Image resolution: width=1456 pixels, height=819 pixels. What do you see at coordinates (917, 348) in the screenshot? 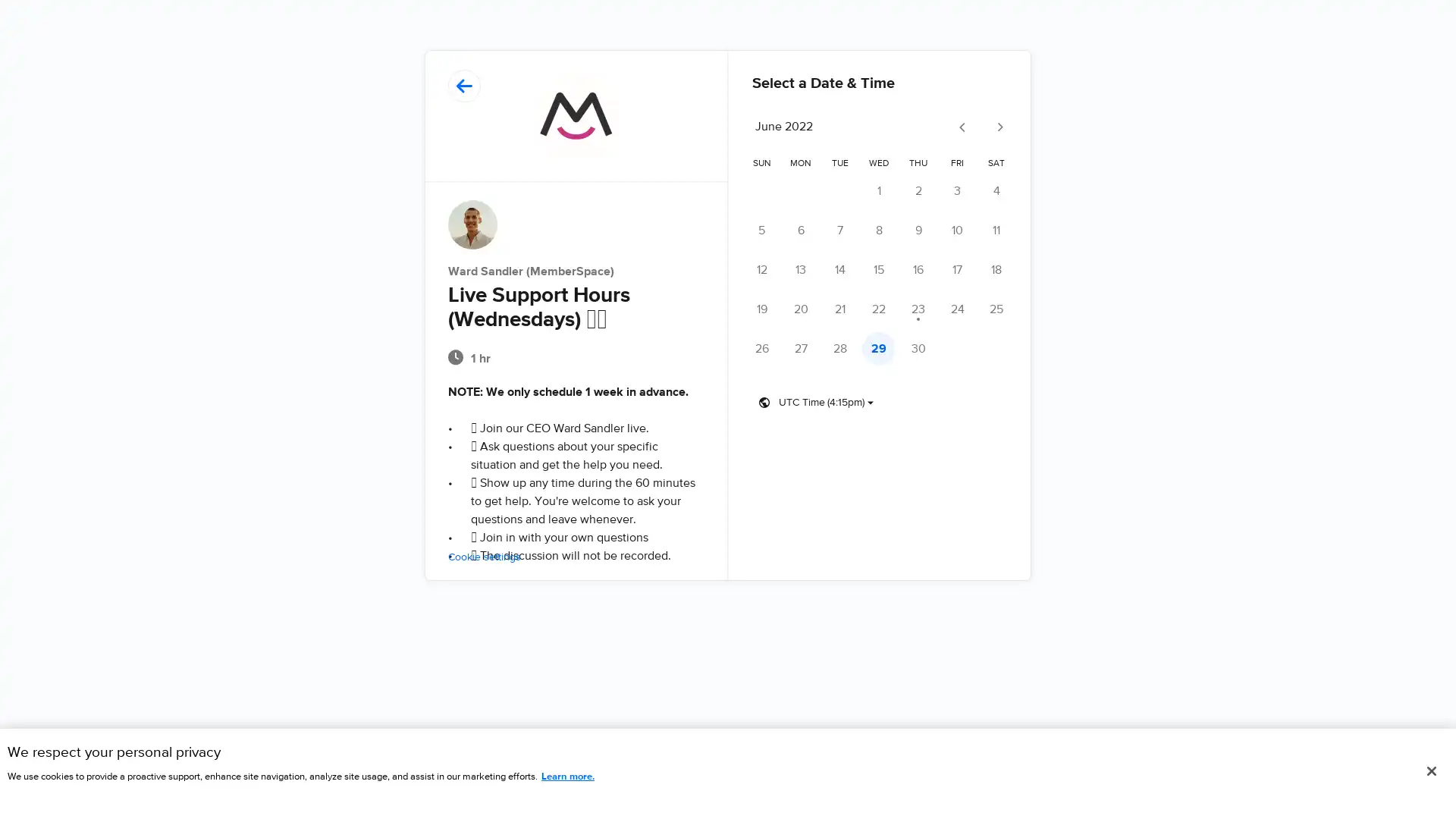
I see `Thursday, June 30 - No times available` at bounding box center [917, 348].